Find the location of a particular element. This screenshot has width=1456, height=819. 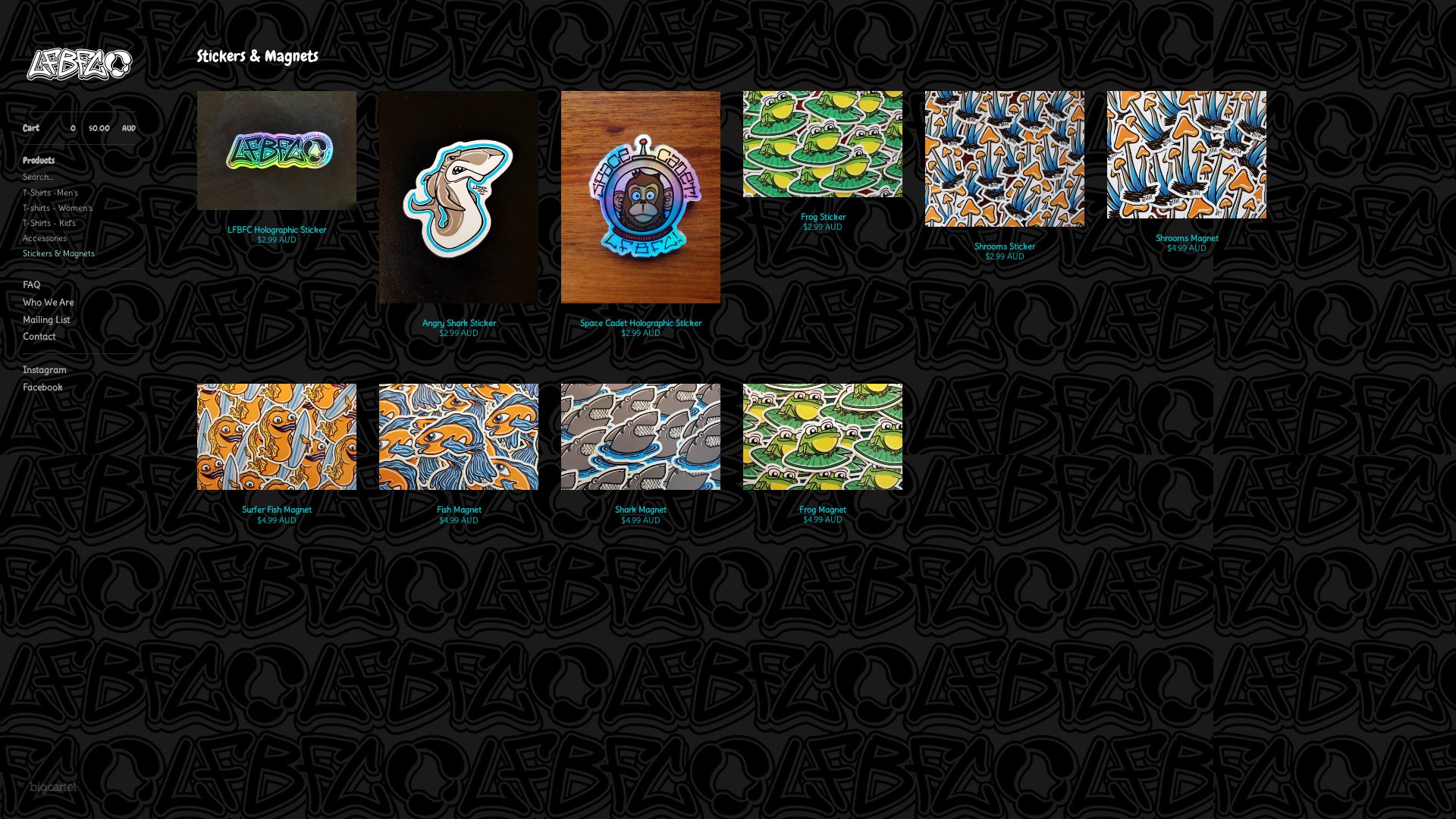

'Surfer Fish Magnet is located at coordinates (276, 464).